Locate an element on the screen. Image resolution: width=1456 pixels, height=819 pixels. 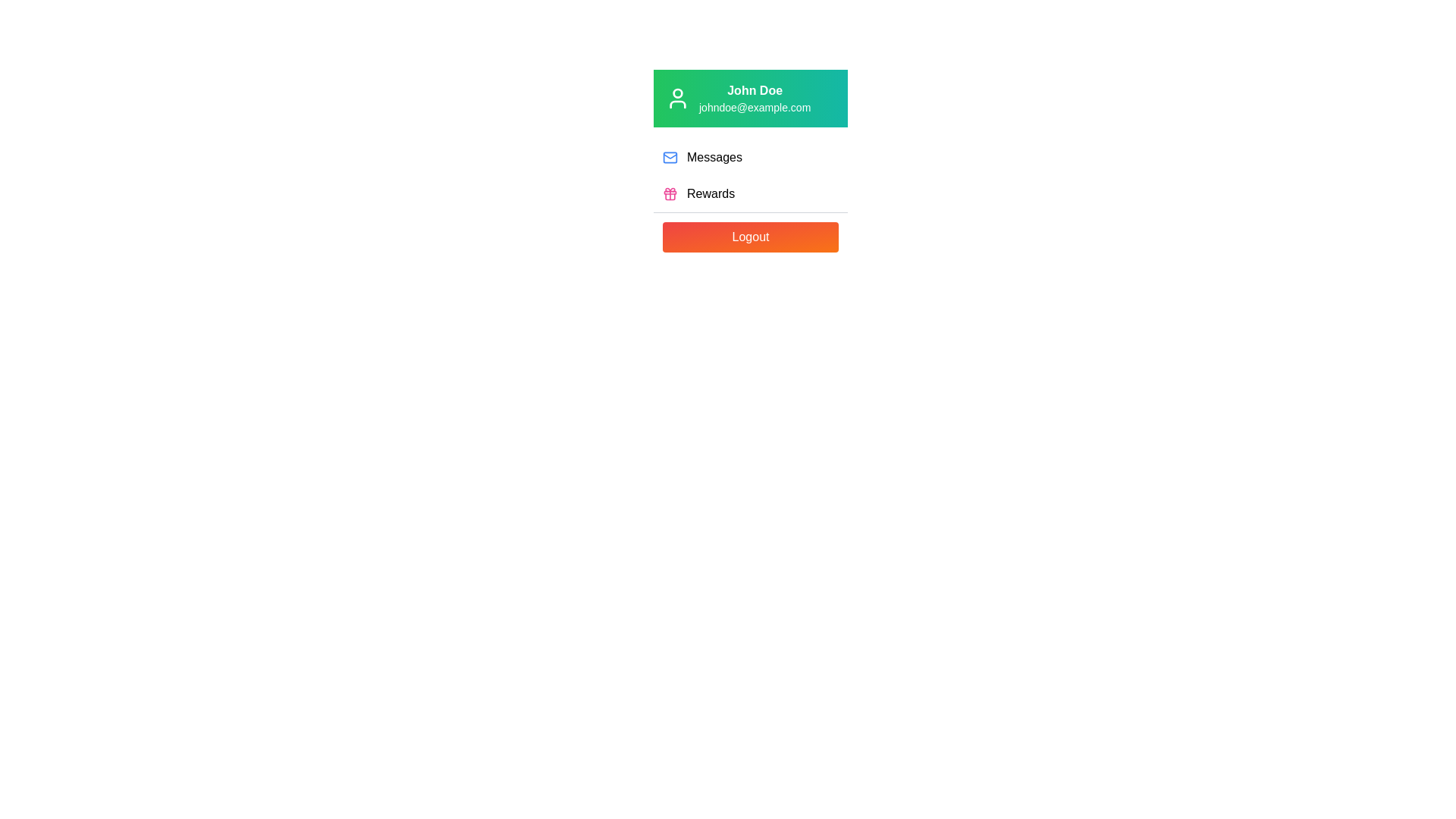
the circular graphical feature located at the top-left section of the user profile icon aligned with the text 'John Doe' is located at coordinates (676, 93).